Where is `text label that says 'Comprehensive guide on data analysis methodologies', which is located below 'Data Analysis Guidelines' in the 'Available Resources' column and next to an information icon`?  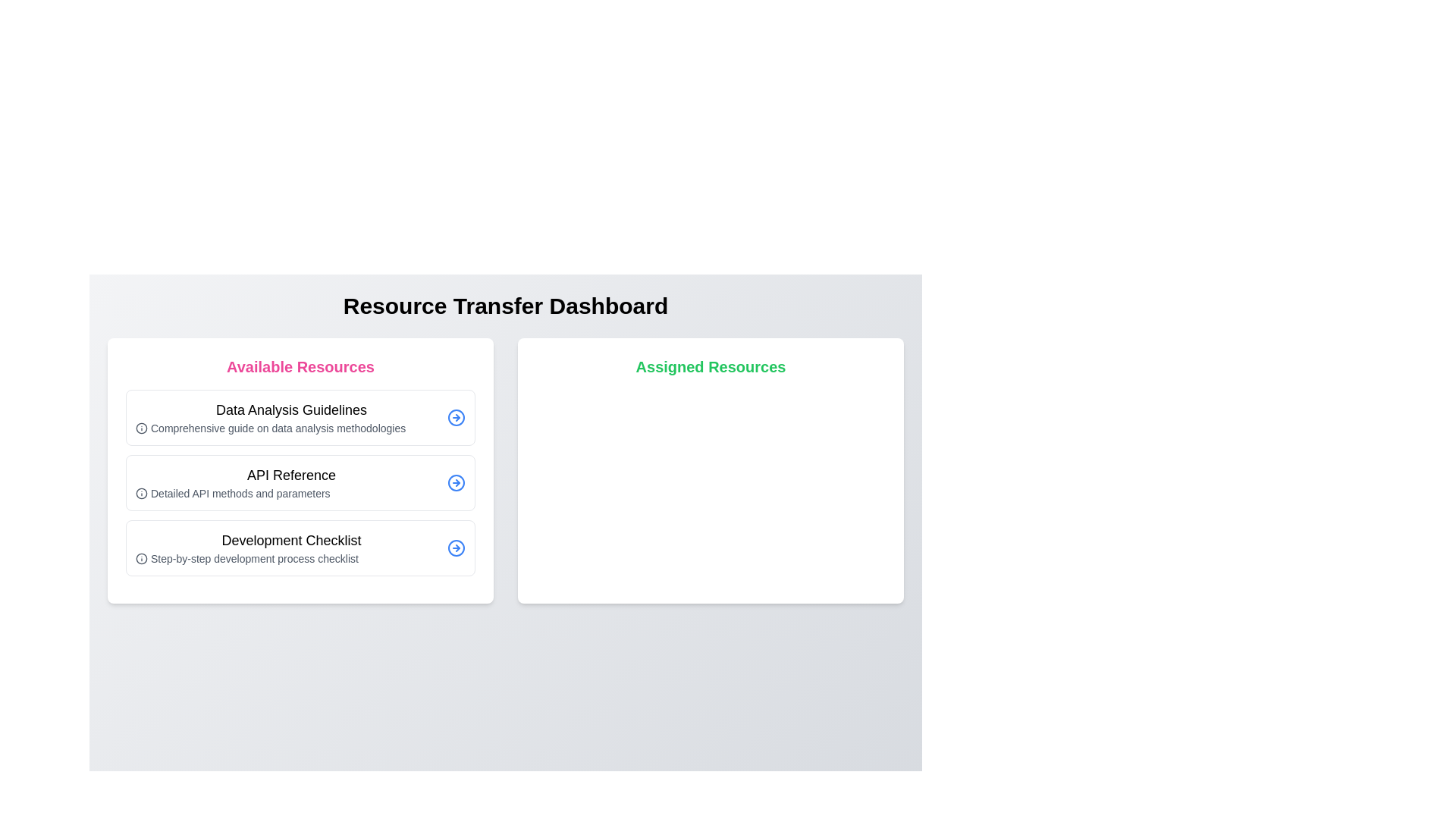 text label that says 'Comprehensive guide on data analysis methodologies', which is located below 'Data Analysis Guidelines' in the 'Available Resources' column and next to an information icon is located at coordinates (291, 428).